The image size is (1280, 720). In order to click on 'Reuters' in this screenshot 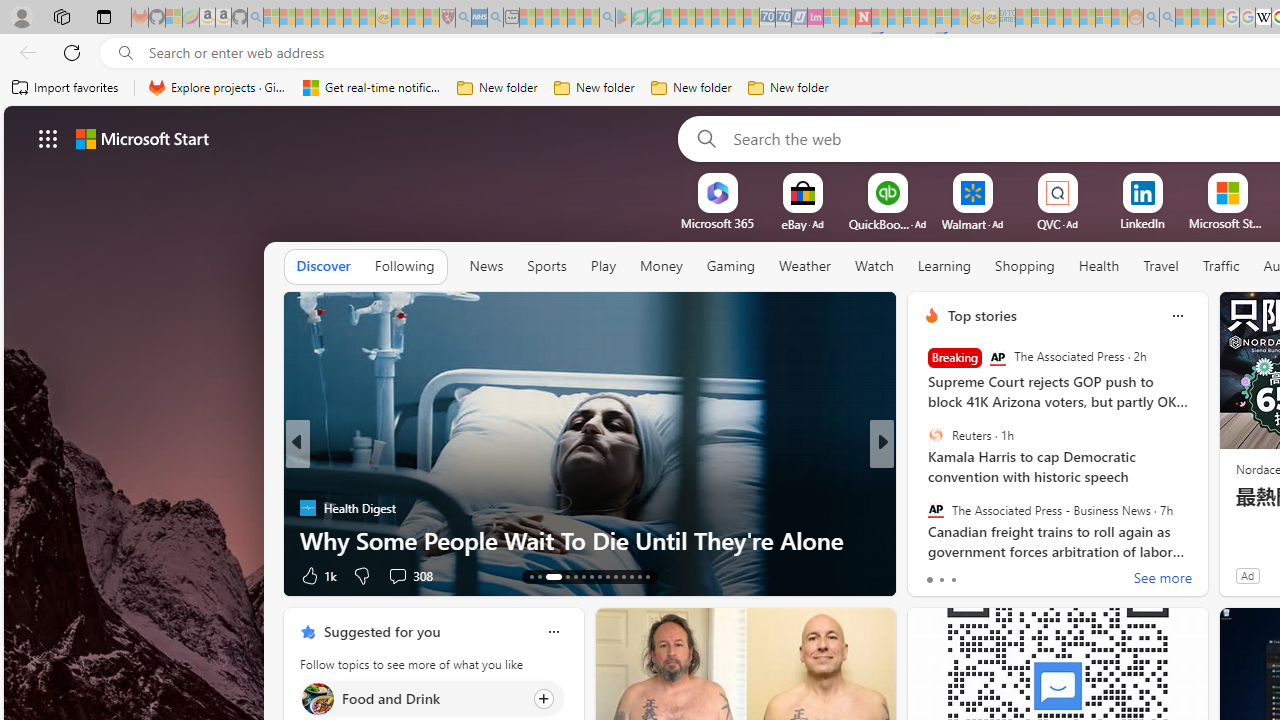, I will do `click(934, 434)`.